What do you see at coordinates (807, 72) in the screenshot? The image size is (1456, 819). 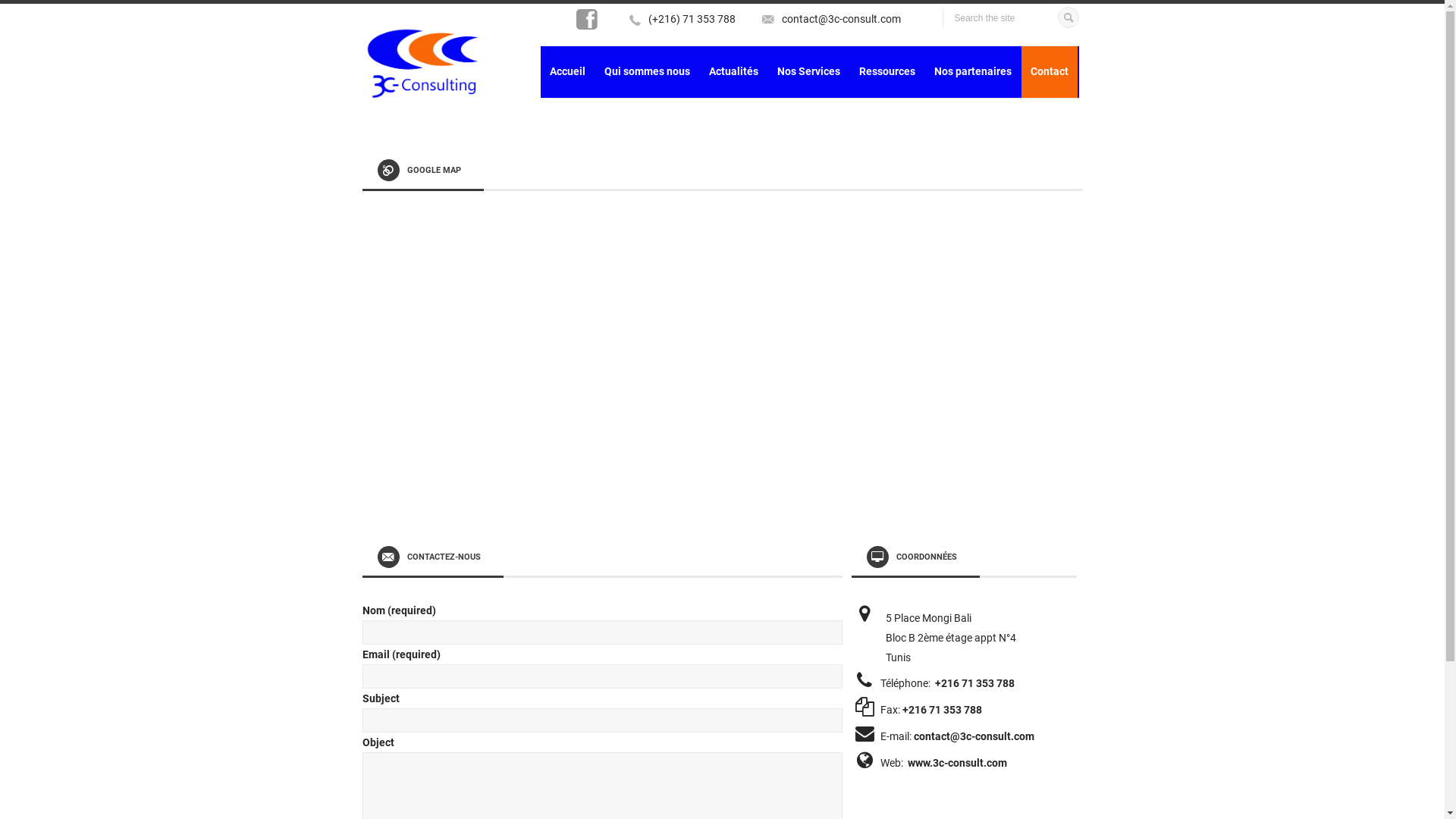 I see `'Nos Services'` at bounding box center [807, 72].